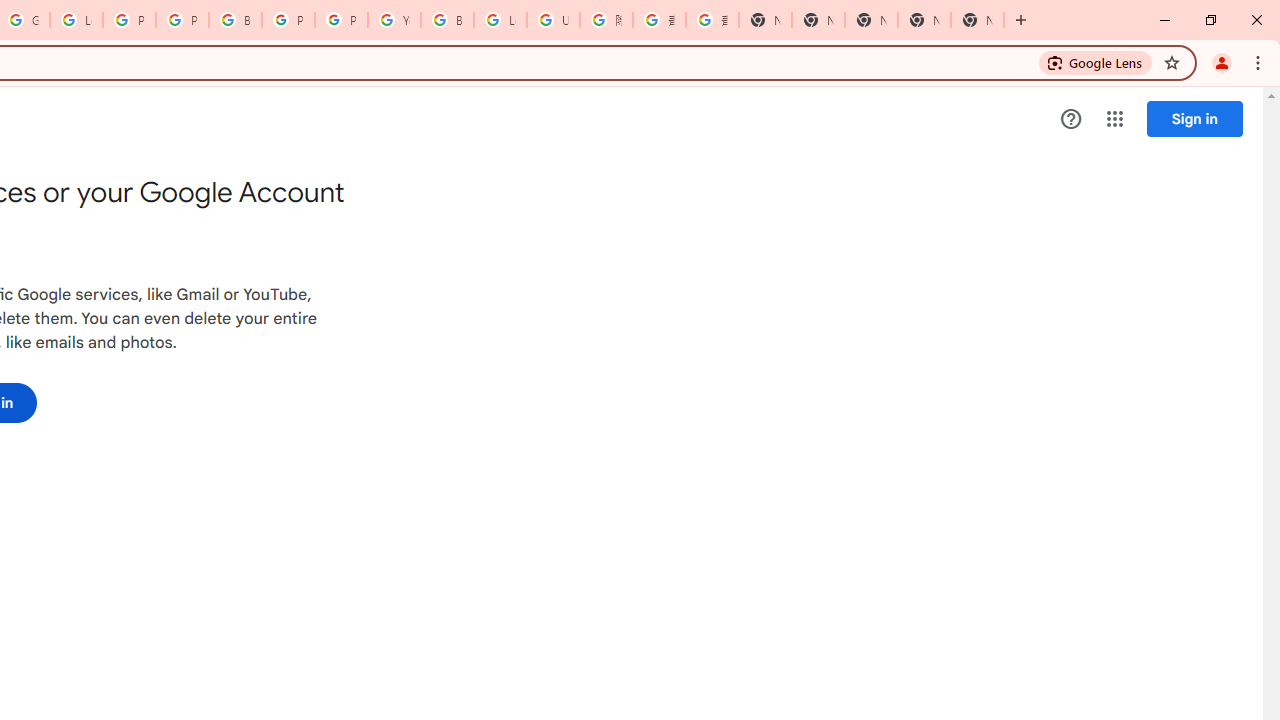  What do you see at coordinates (128, 20) in the screenshot?
I see `'Privacy Help Center - Policies Help'` at bounding box center [128, 20].